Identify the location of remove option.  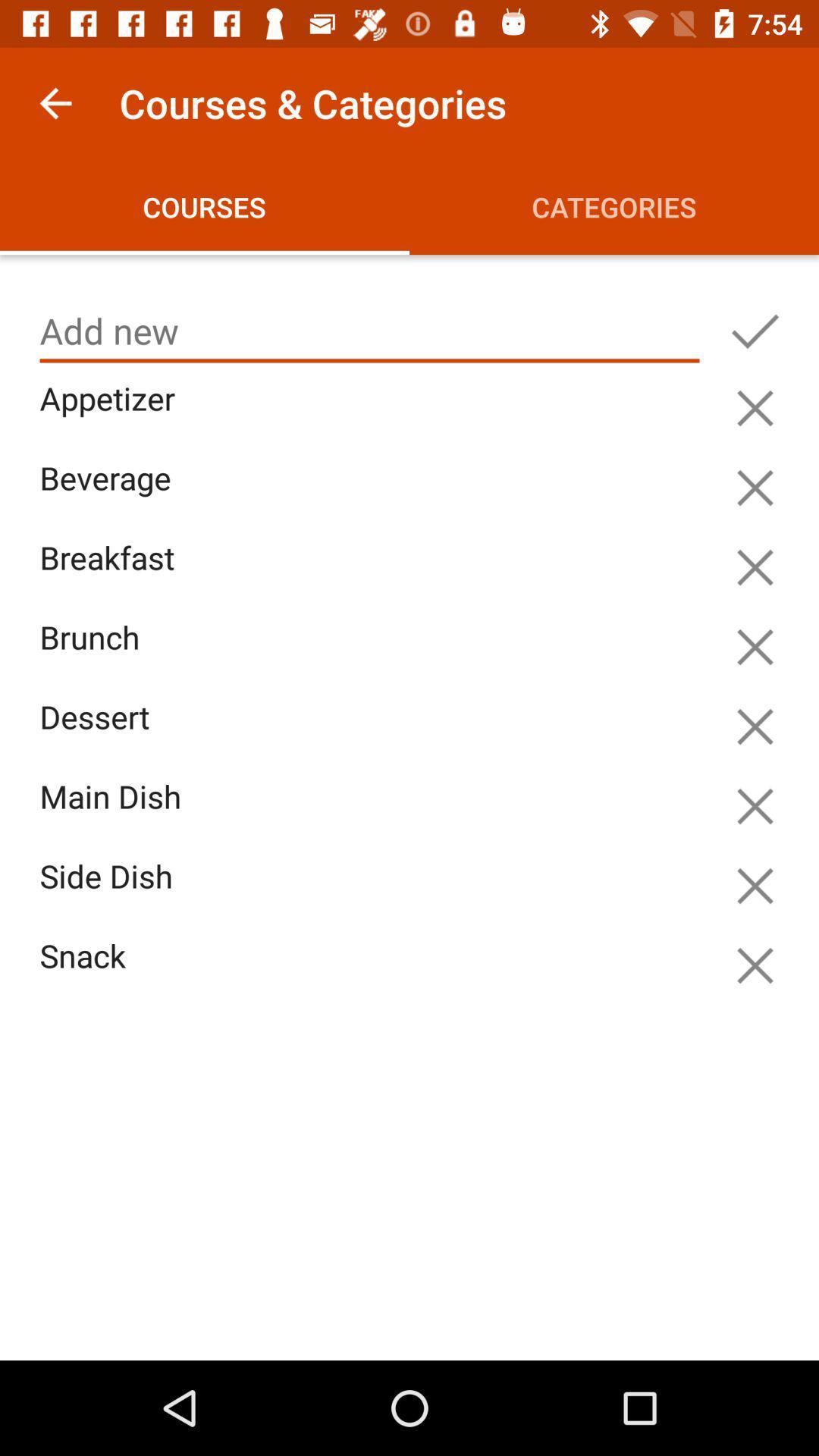
(755, 805).